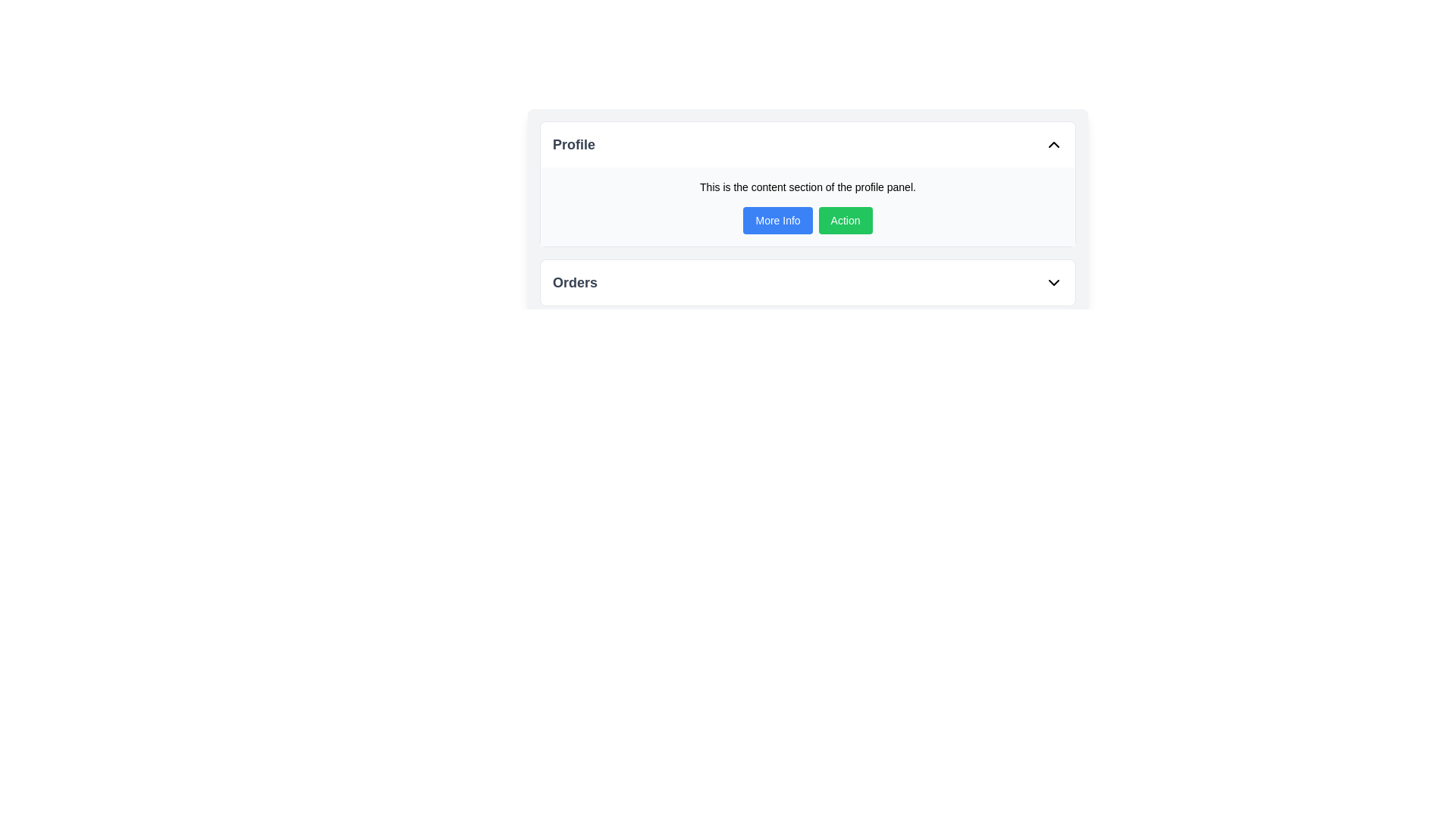  Describe the element at coordinates (1053, 283) in the screenshot. I see `the chevron-down icon located to the far right of the 'Orders' section header` at that location.